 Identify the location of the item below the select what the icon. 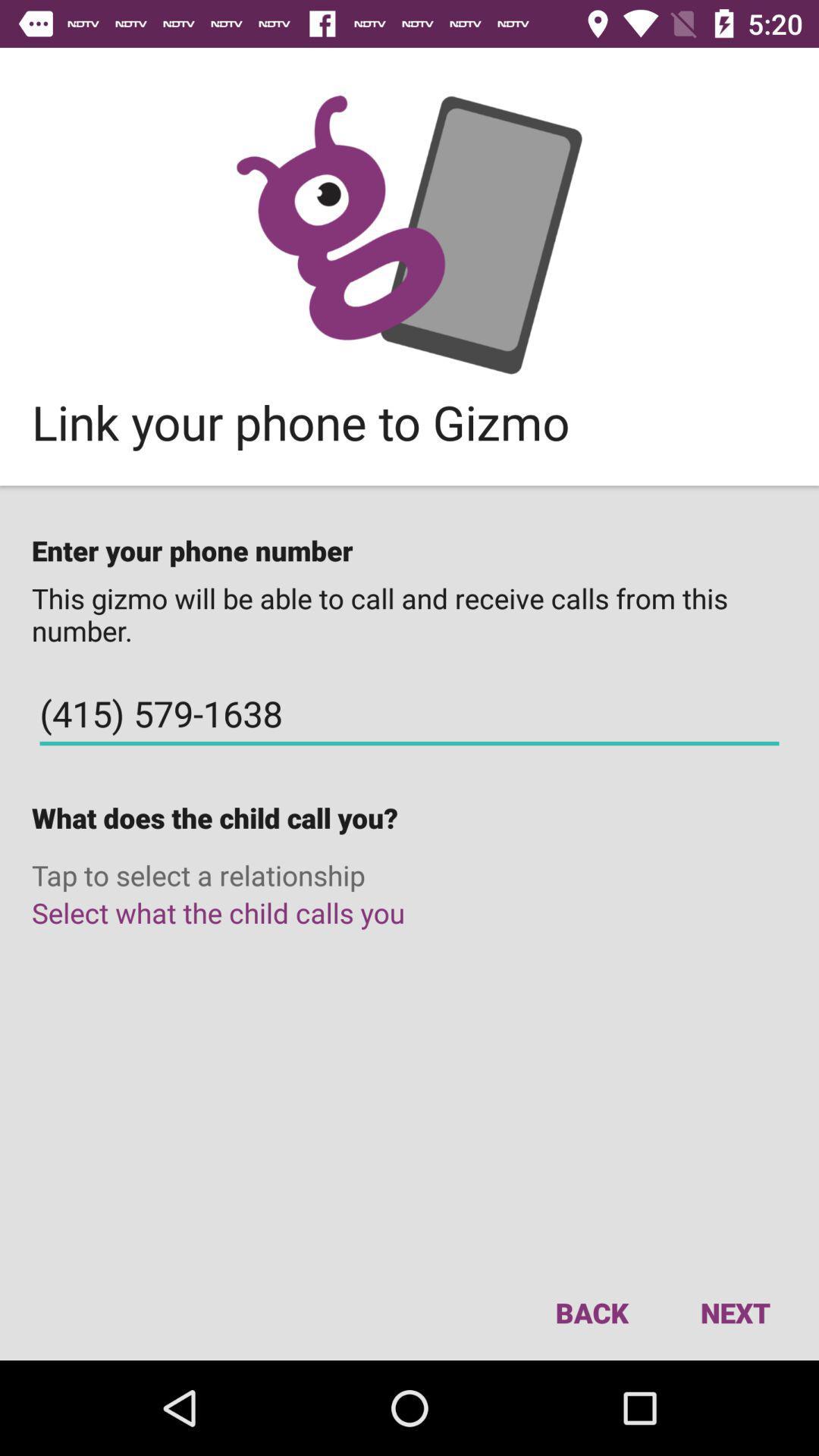
(591, 1312).